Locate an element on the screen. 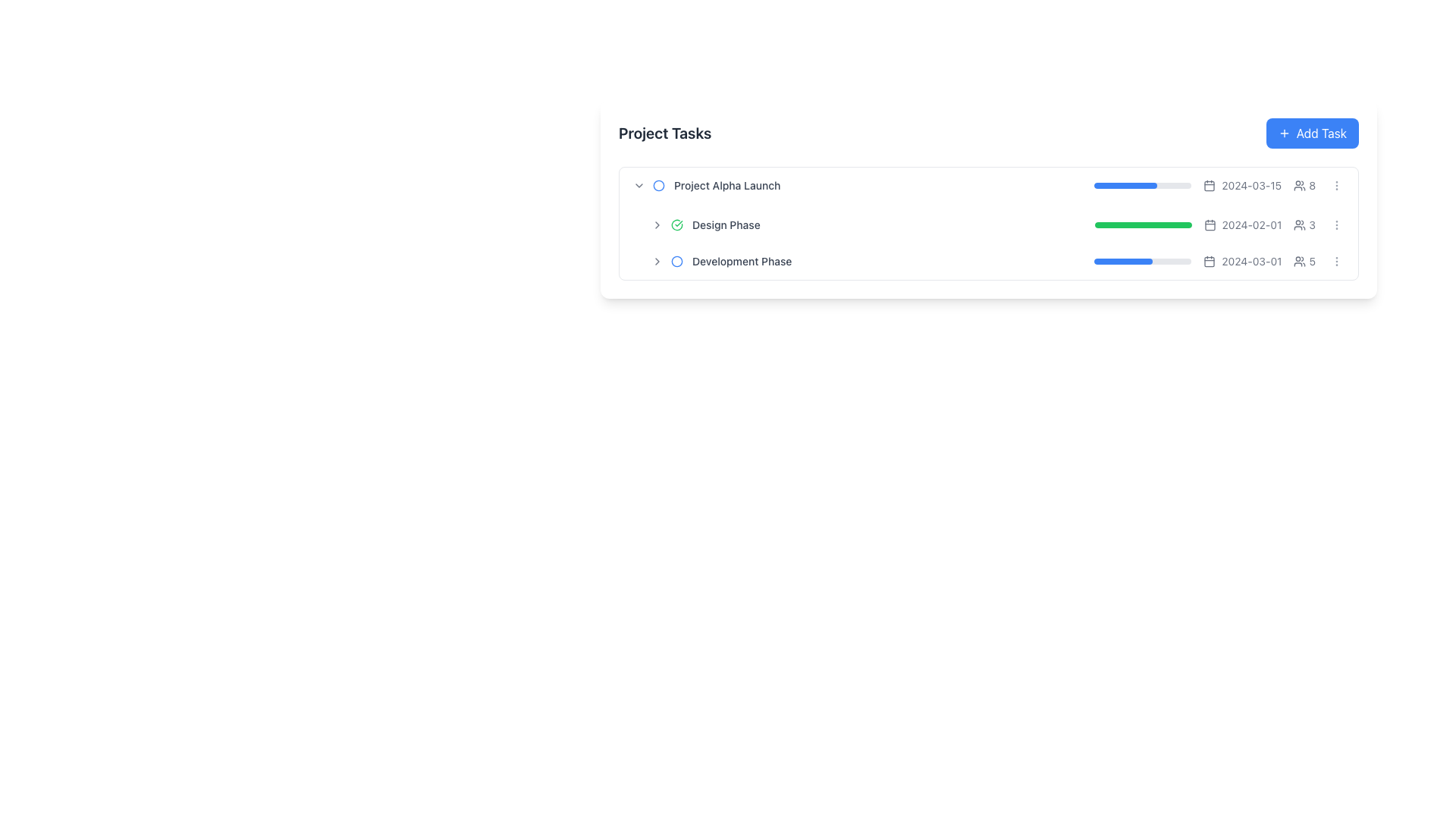 This screenshot has height=819, width=1456. the toggle icon is located at coordinates (639, 185).